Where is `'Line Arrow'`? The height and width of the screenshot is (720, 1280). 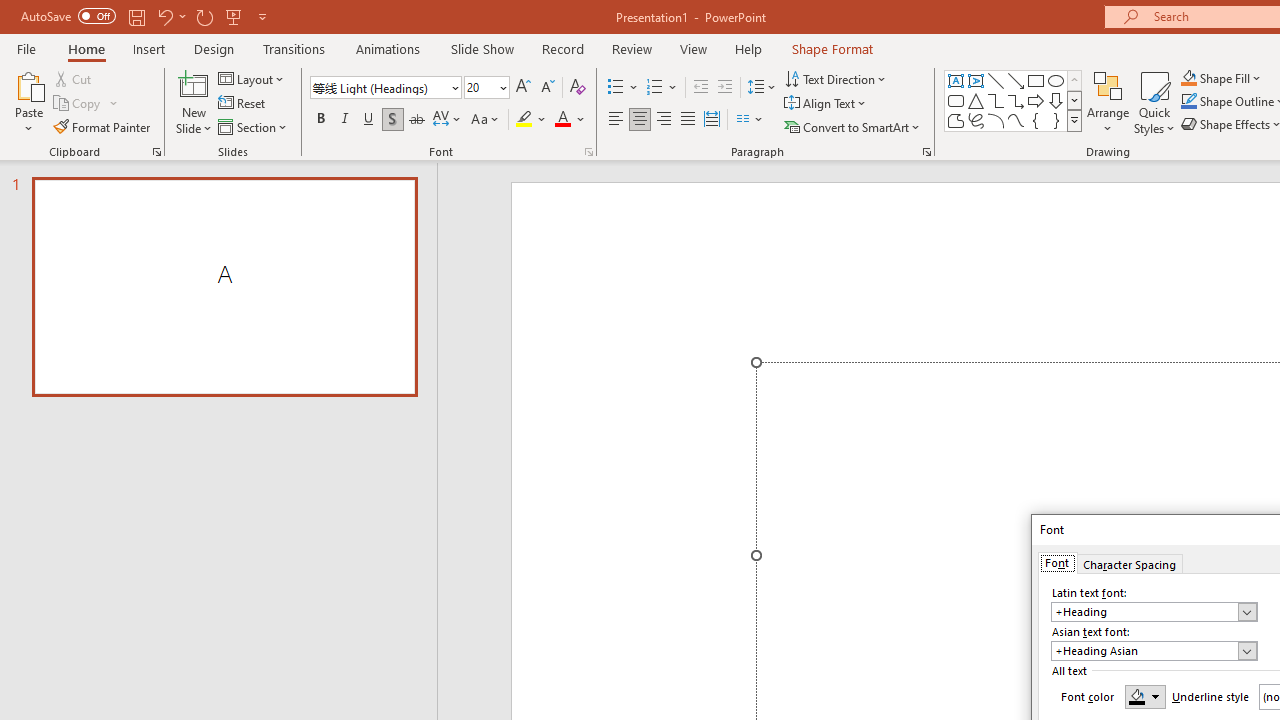
'Line Arrow' is located at coordinates (1016, 80).